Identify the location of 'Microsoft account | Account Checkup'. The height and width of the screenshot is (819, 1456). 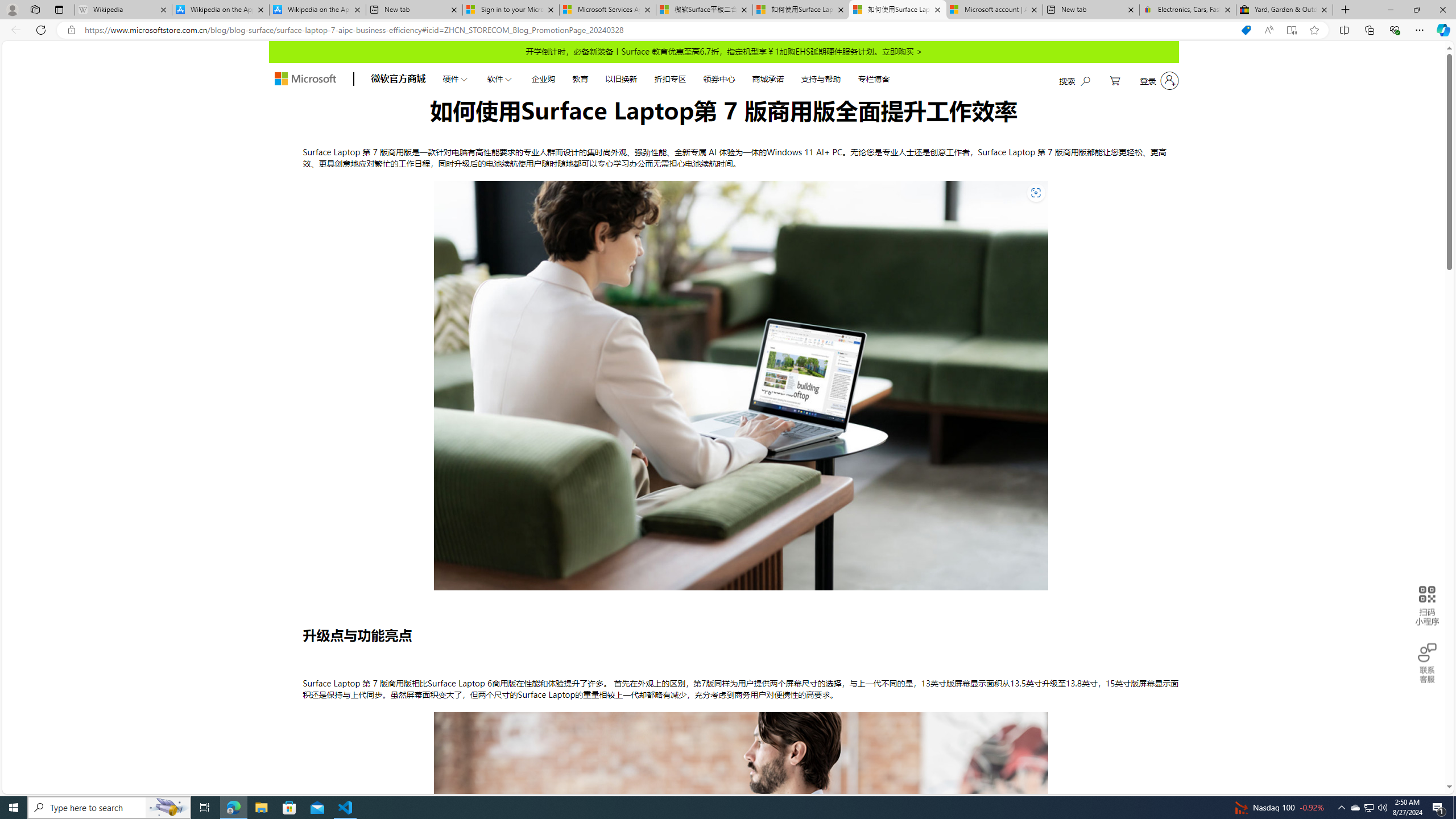
(994, 9).